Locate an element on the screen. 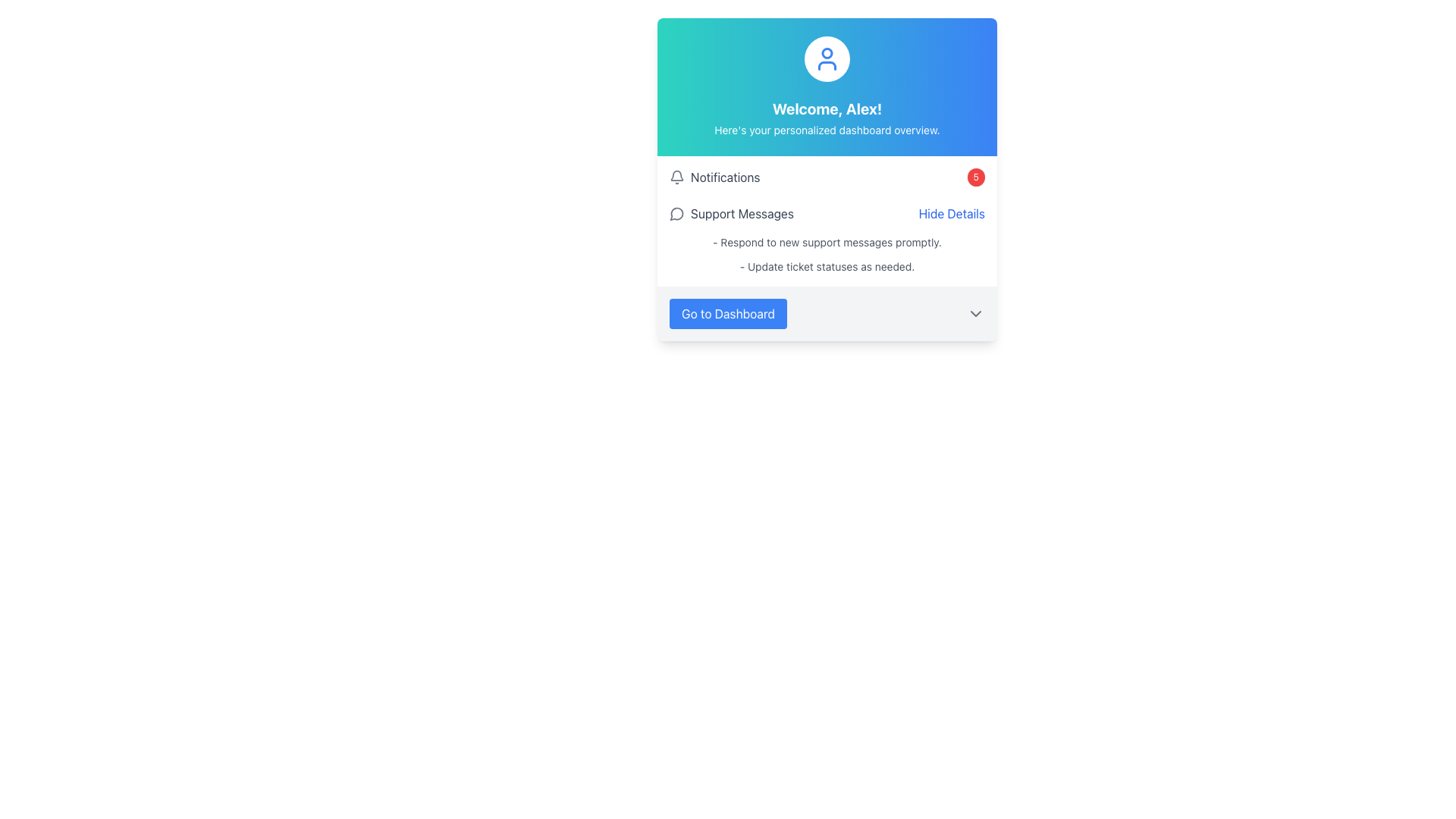  the bell-shaped notification icon located adjacent to the 'Notifications' text in the notification card is located at coordinates (676, 174).